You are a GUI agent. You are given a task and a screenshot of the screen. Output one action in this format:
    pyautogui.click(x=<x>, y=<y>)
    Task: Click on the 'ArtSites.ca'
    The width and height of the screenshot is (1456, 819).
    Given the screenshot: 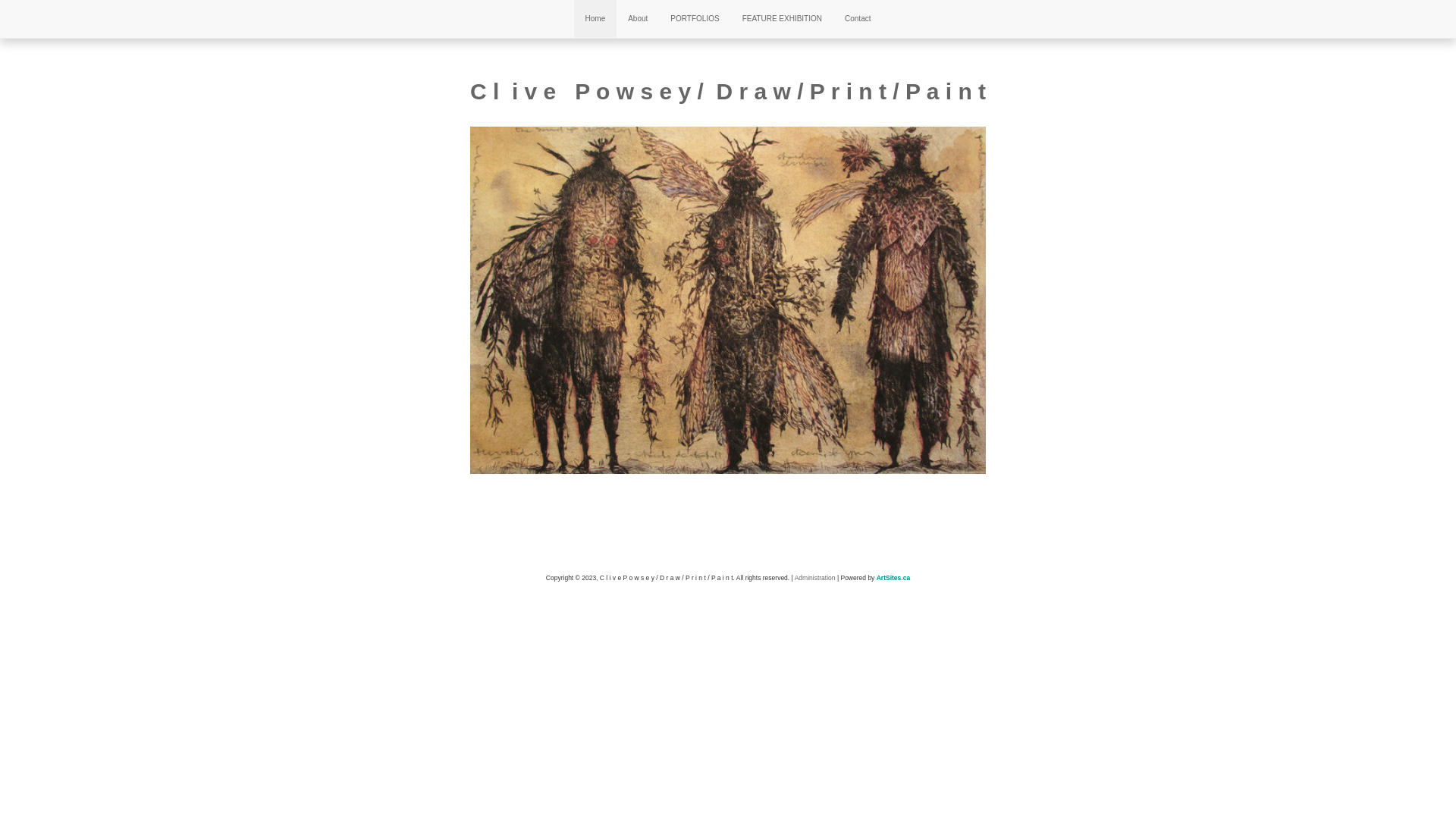 What is the action you would take?
    pyautogui.click(x=893, y=578)
    